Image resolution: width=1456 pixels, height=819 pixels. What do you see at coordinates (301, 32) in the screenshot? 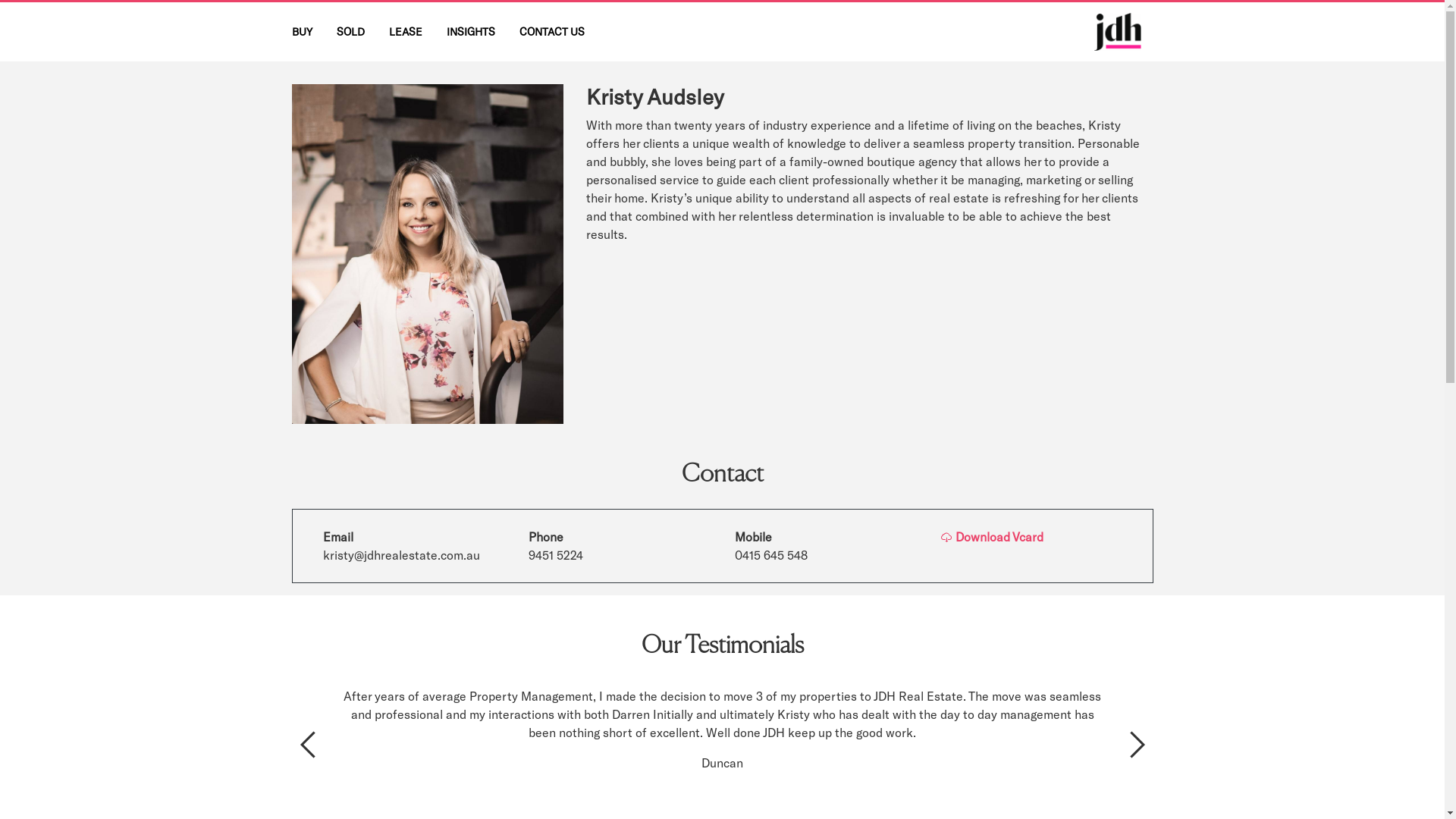
I see `'BUY'` at bounding box center [301, 32].